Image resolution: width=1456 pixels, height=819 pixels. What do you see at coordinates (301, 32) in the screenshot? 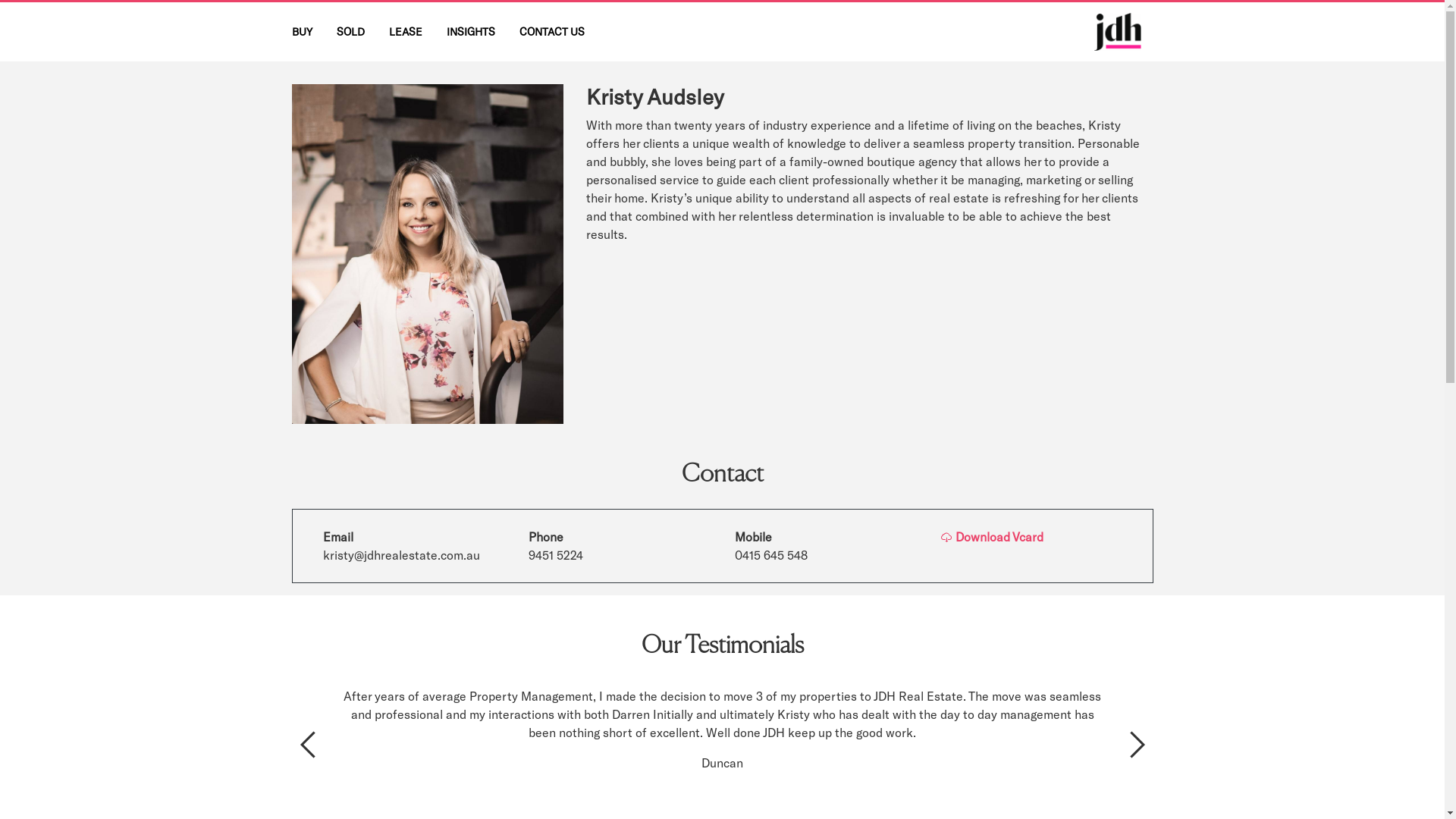
I see `'BUY'` at bounding box center [301, 32].